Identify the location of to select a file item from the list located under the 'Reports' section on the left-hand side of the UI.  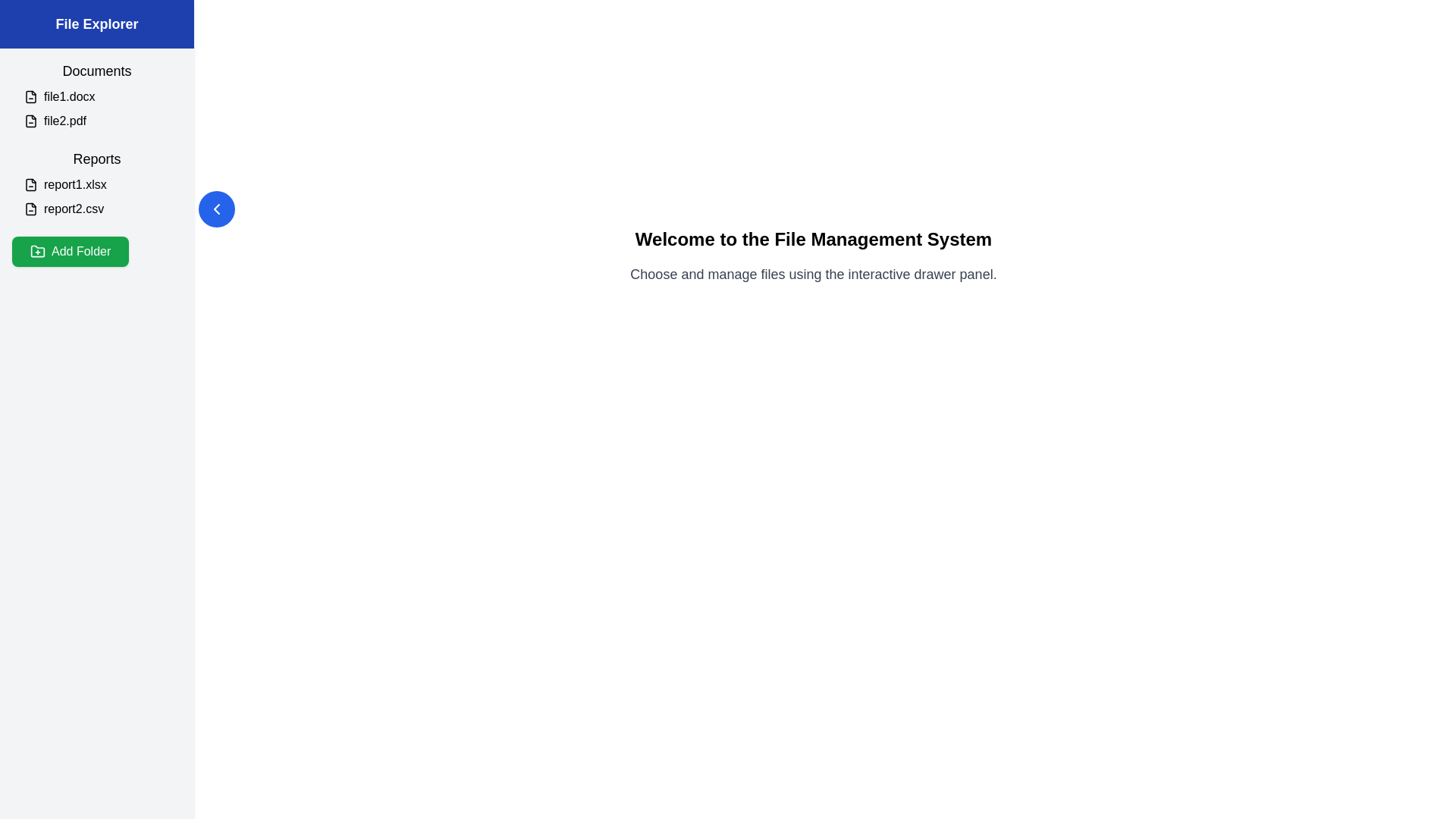
(96, 196).